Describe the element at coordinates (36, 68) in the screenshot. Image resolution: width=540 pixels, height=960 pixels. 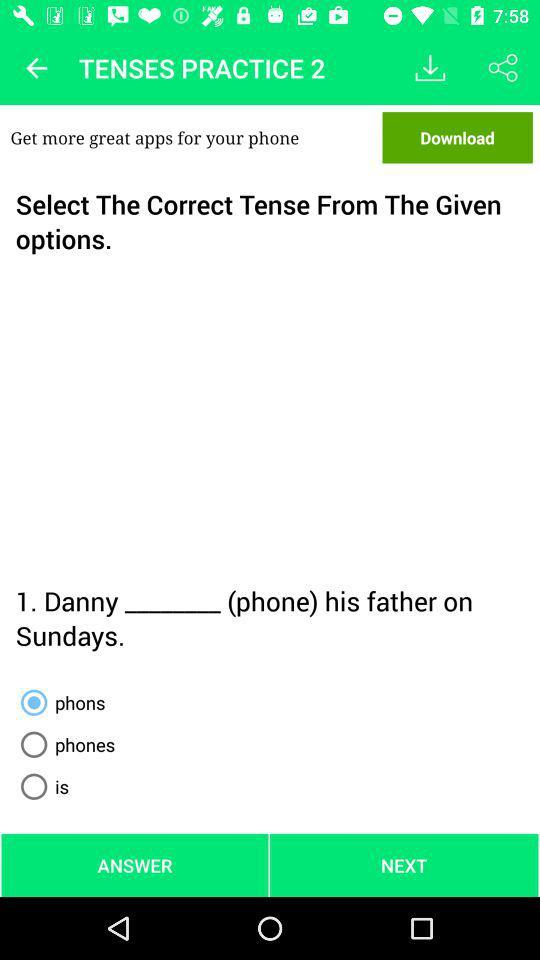
I see `go back` at that location.